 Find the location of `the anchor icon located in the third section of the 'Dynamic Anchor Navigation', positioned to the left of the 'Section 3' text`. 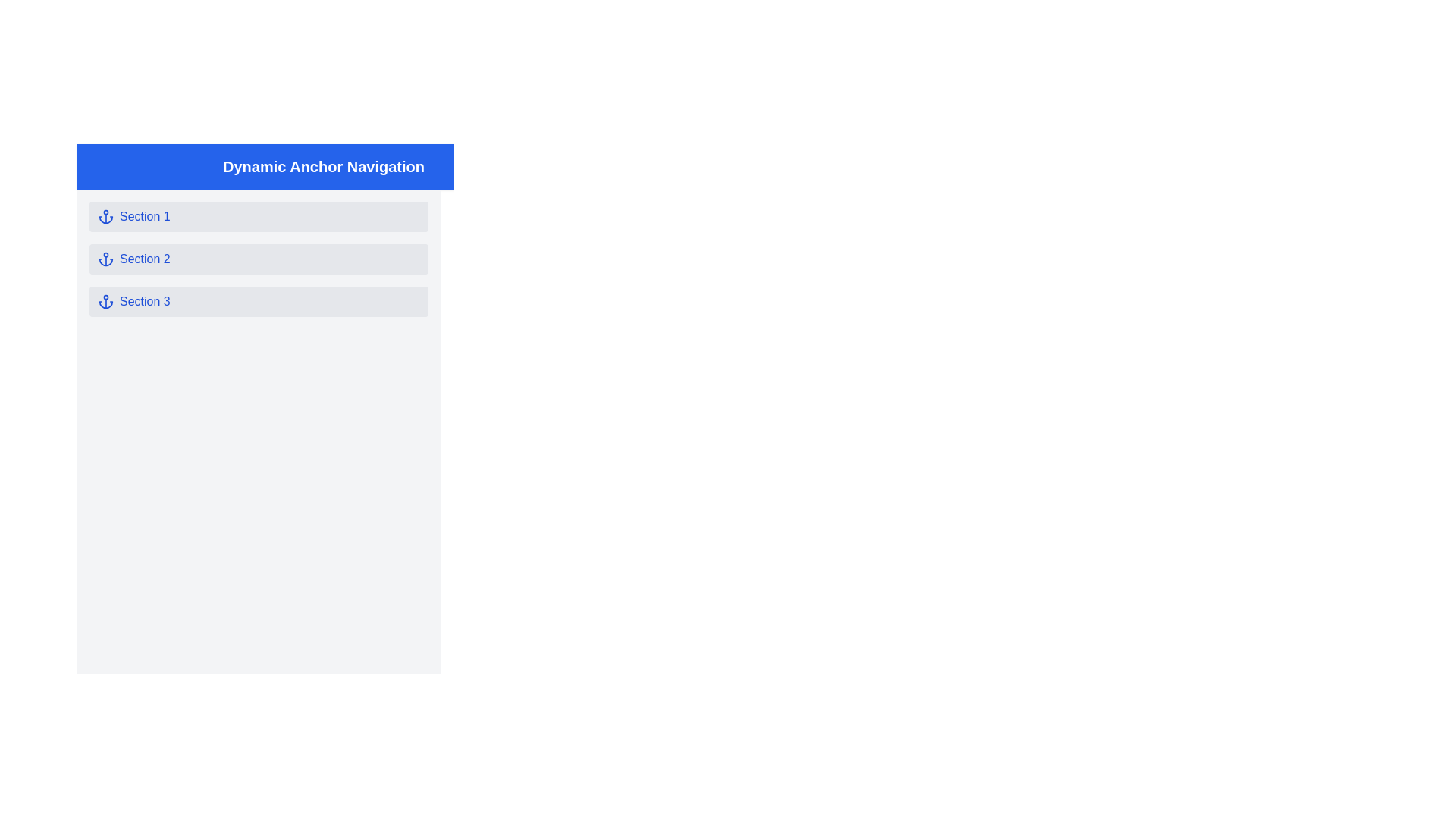

the anchor icon located in the third section of the 'Dynamic Anchor Navigation', positioned to the left of the 'Section 3' text is located at coordinates (105, 301).